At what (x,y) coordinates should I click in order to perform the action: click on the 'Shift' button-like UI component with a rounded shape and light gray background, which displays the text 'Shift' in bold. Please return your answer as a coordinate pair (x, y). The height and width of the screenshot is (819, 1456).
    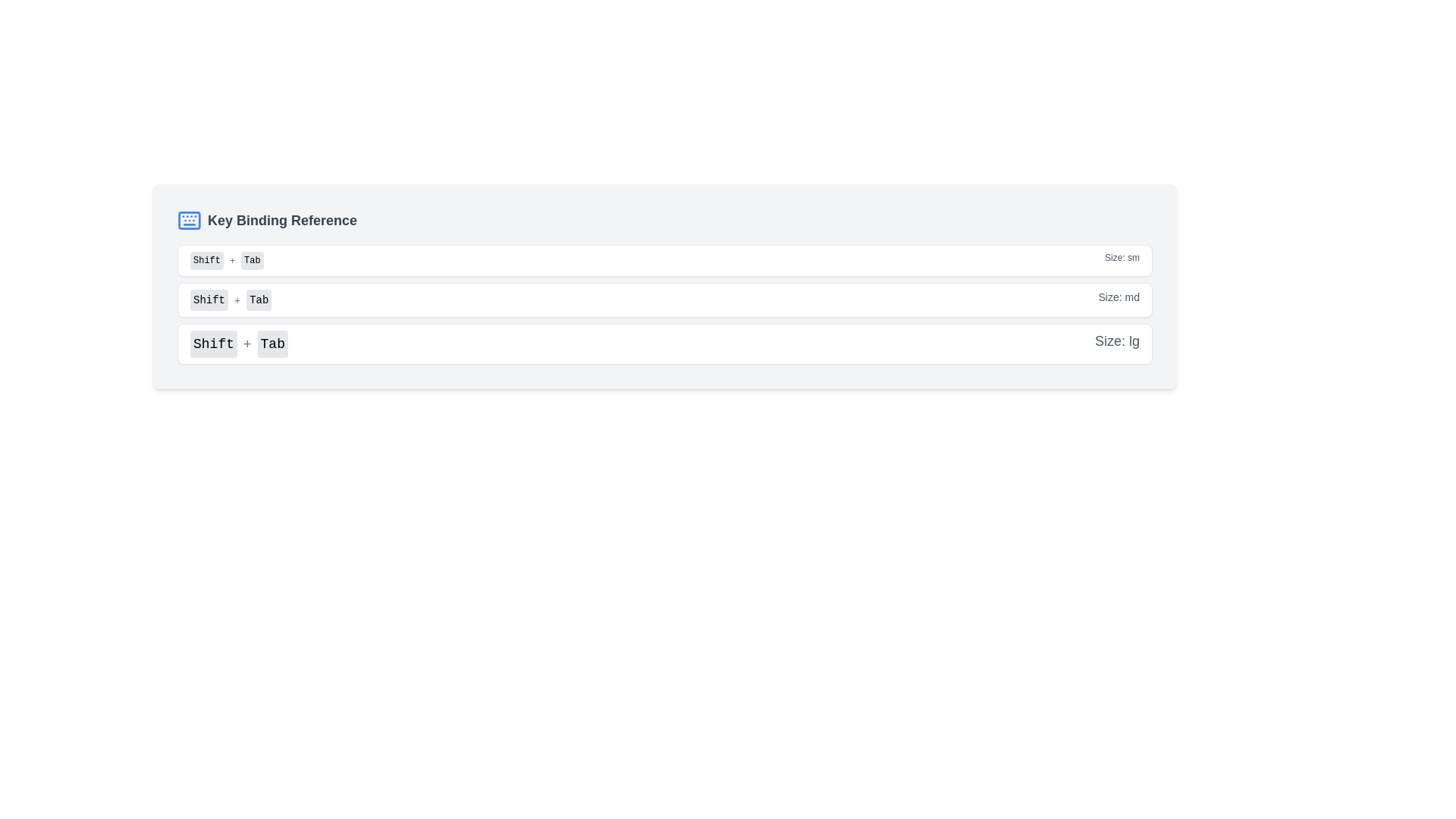
    Looking at the image, I should click on (209, 300).